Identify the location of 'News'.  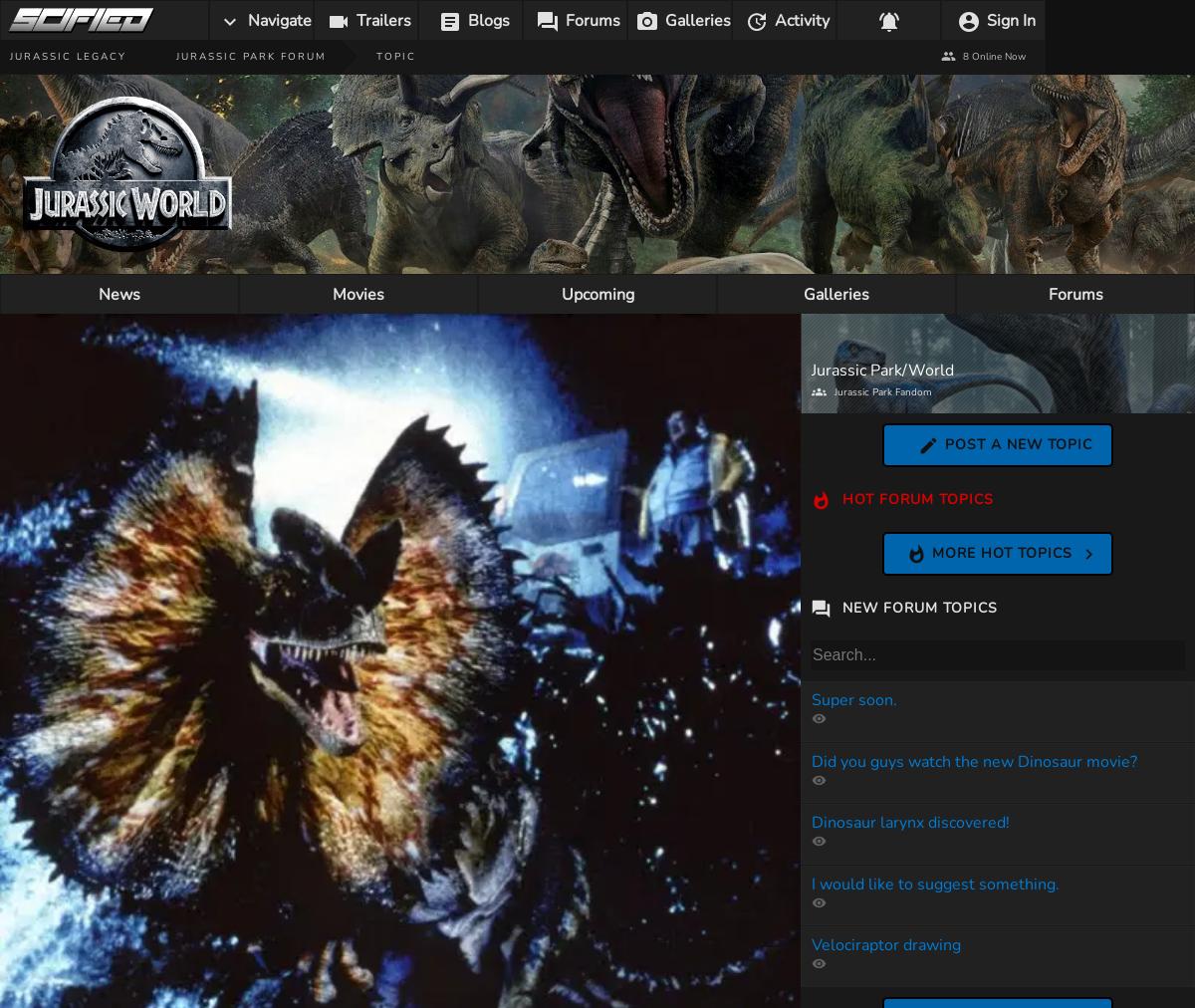
(99, 294).